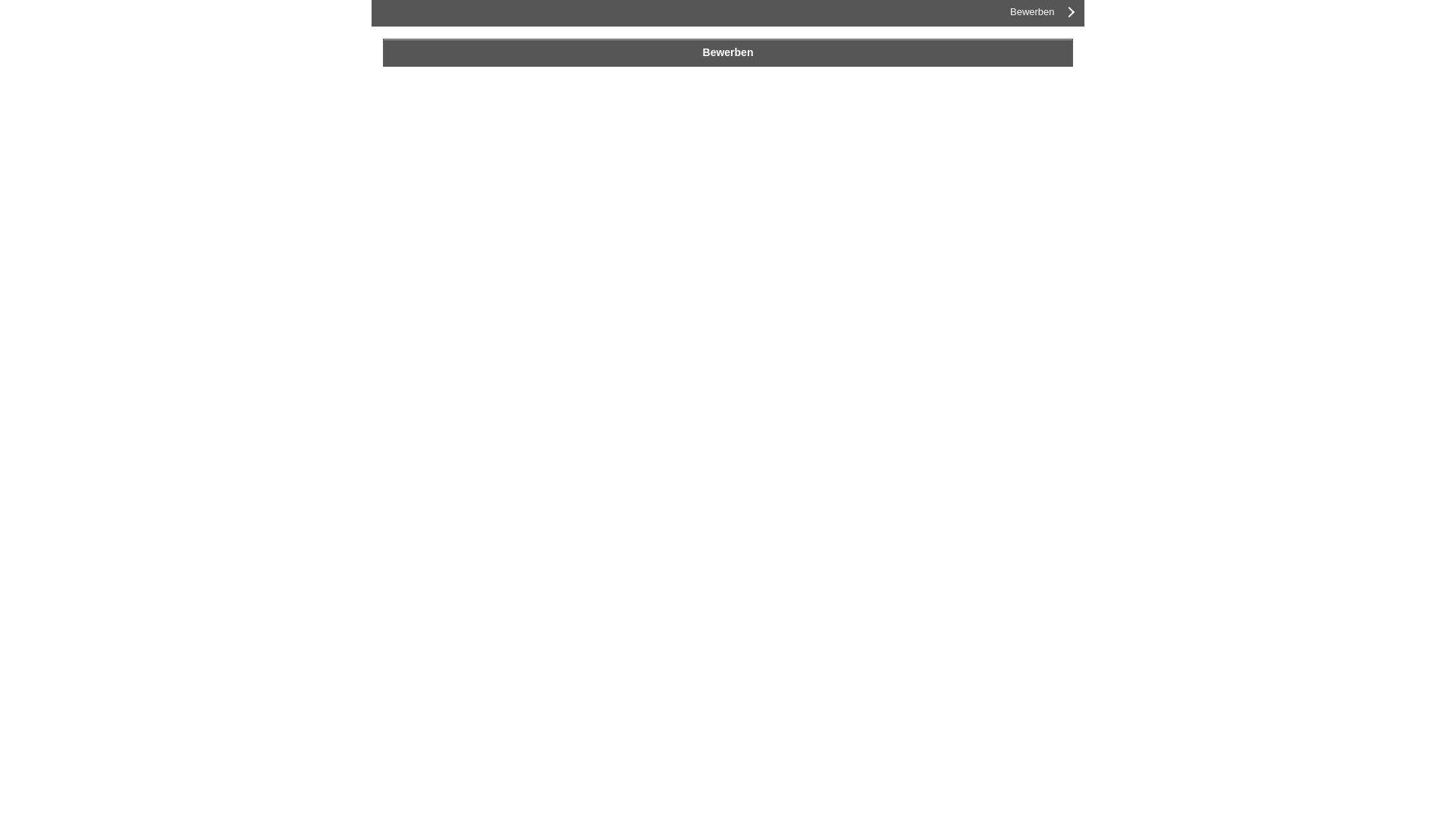 This screenshot has height=819, width=1456. Describe the element at coordinates (728, 52) in the screenshot. I see `'Bewerben'` at that location.